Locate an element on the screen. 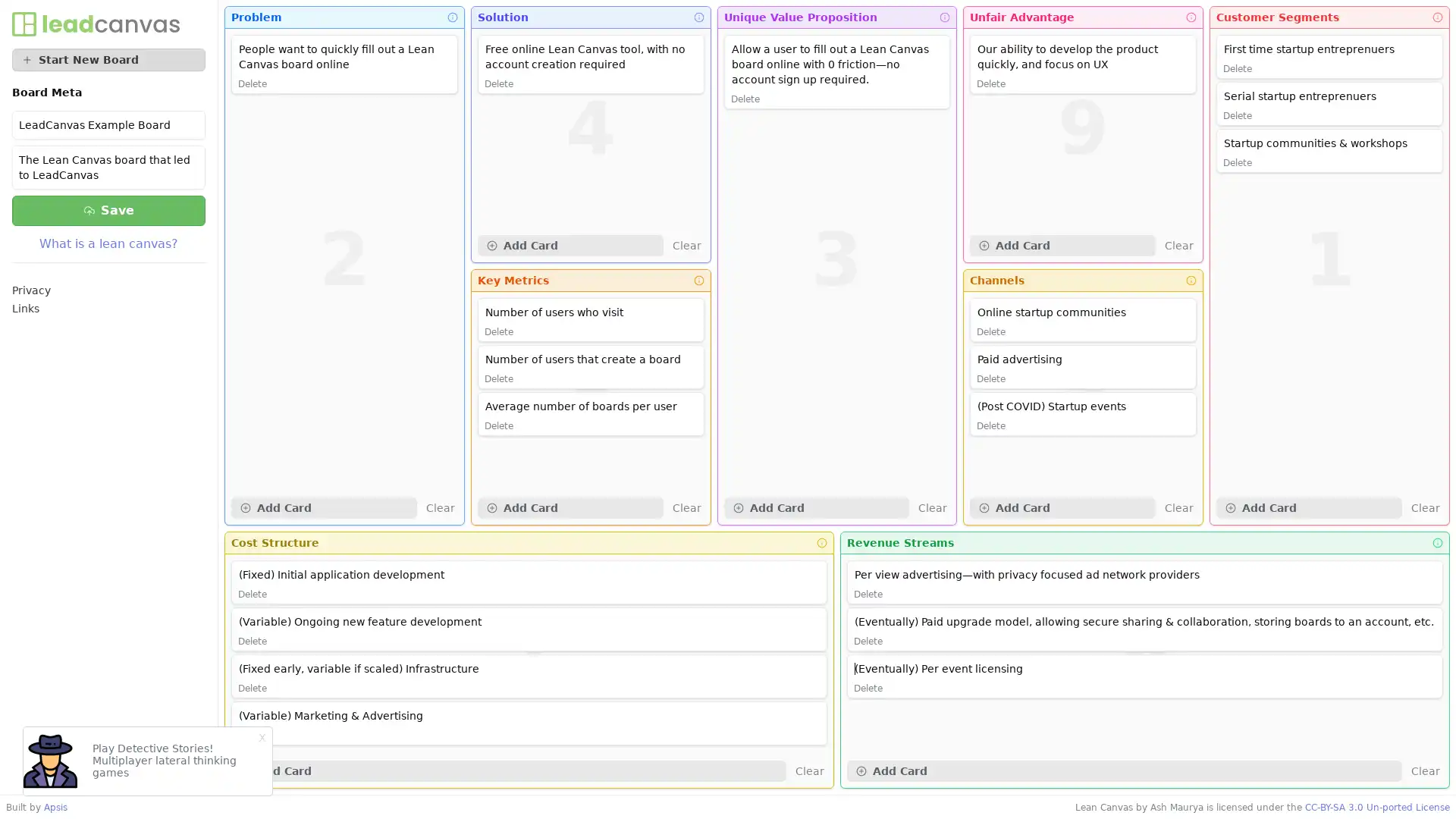  What is a lean canvas? is located at coordinates (108, 243).